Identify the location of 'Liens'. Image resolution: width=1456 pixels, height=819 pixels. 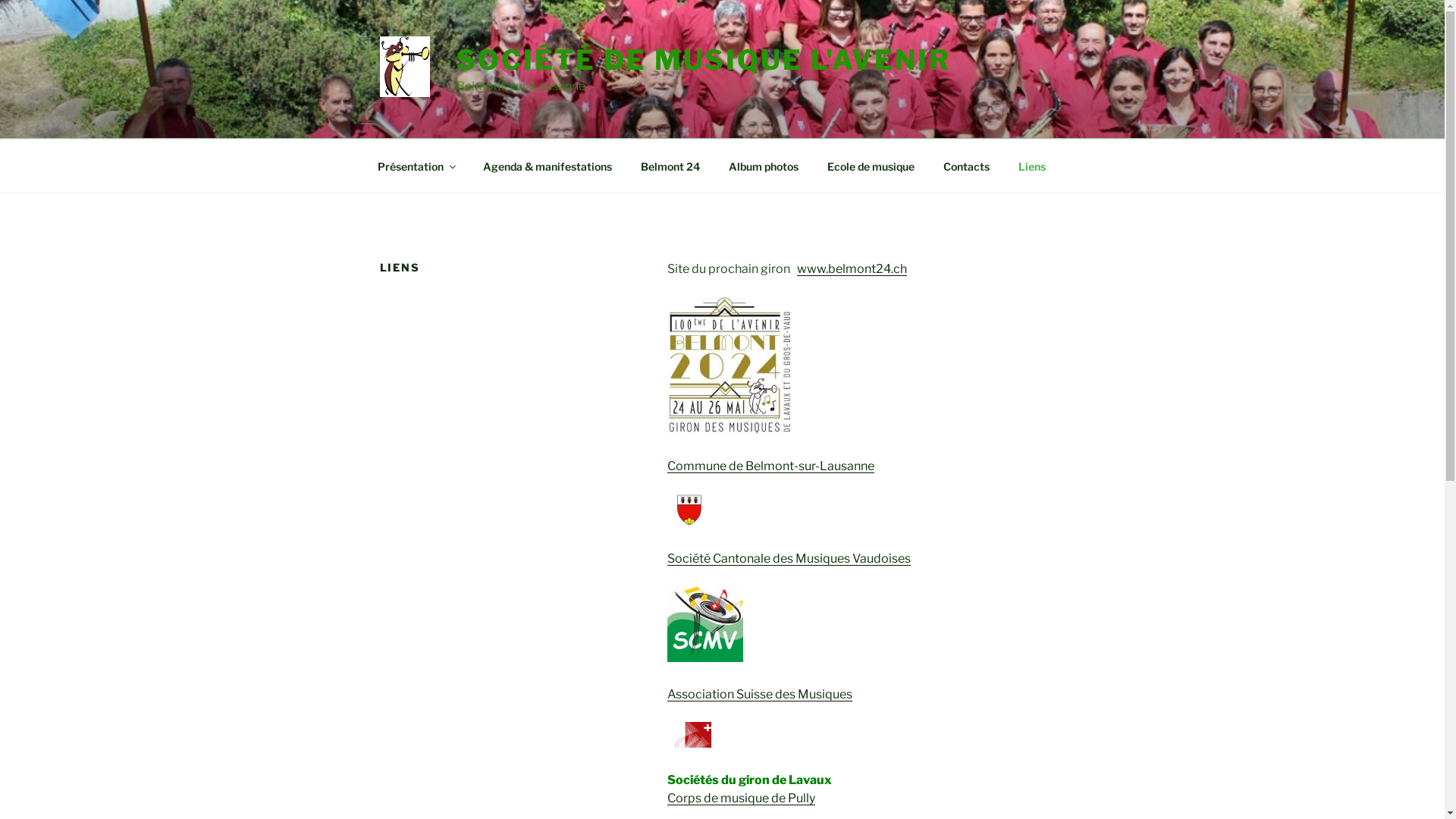
(1031, 165).